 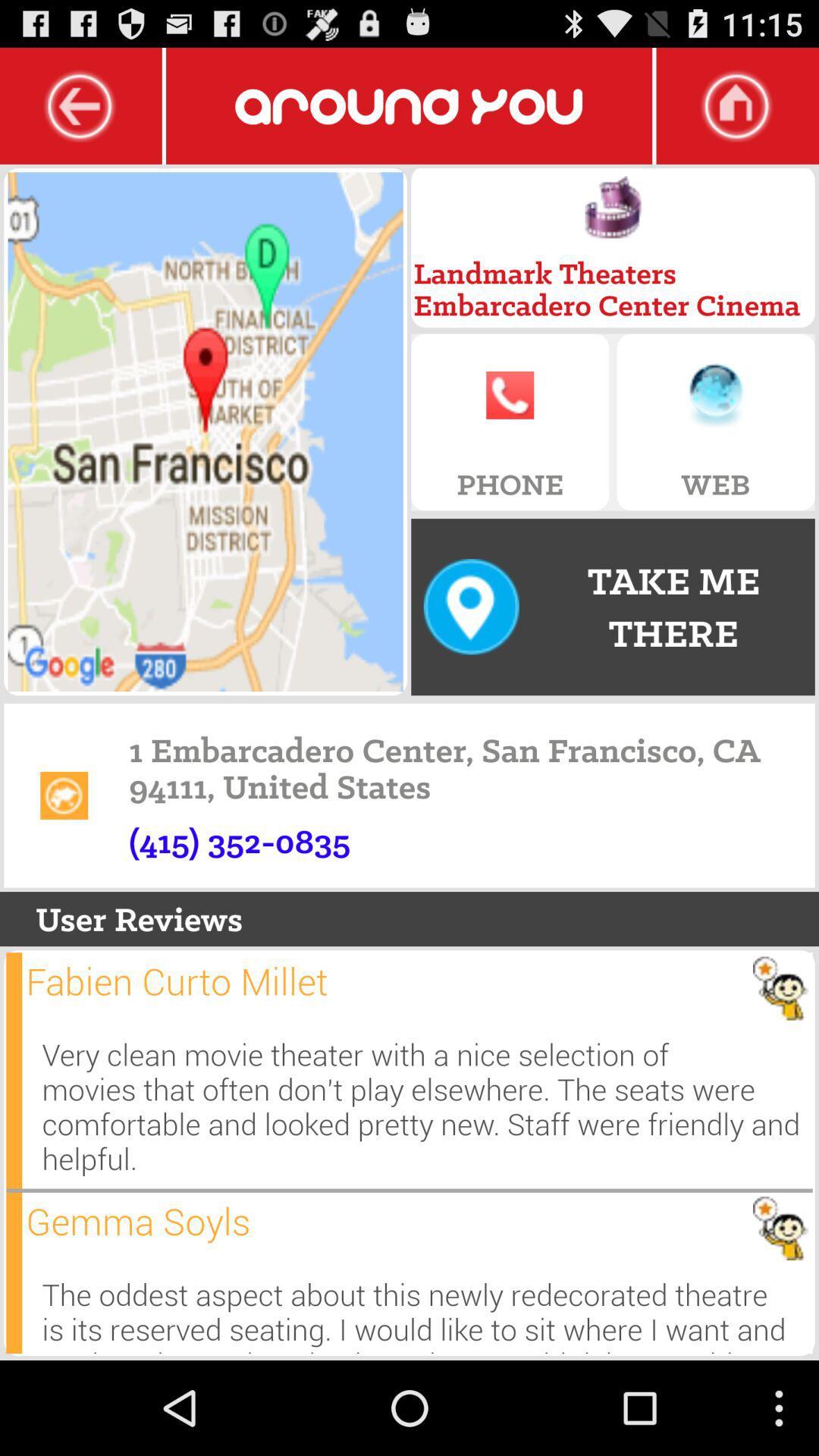 I want to click on app next to gemma soyls, so click(x=14, y=1272).